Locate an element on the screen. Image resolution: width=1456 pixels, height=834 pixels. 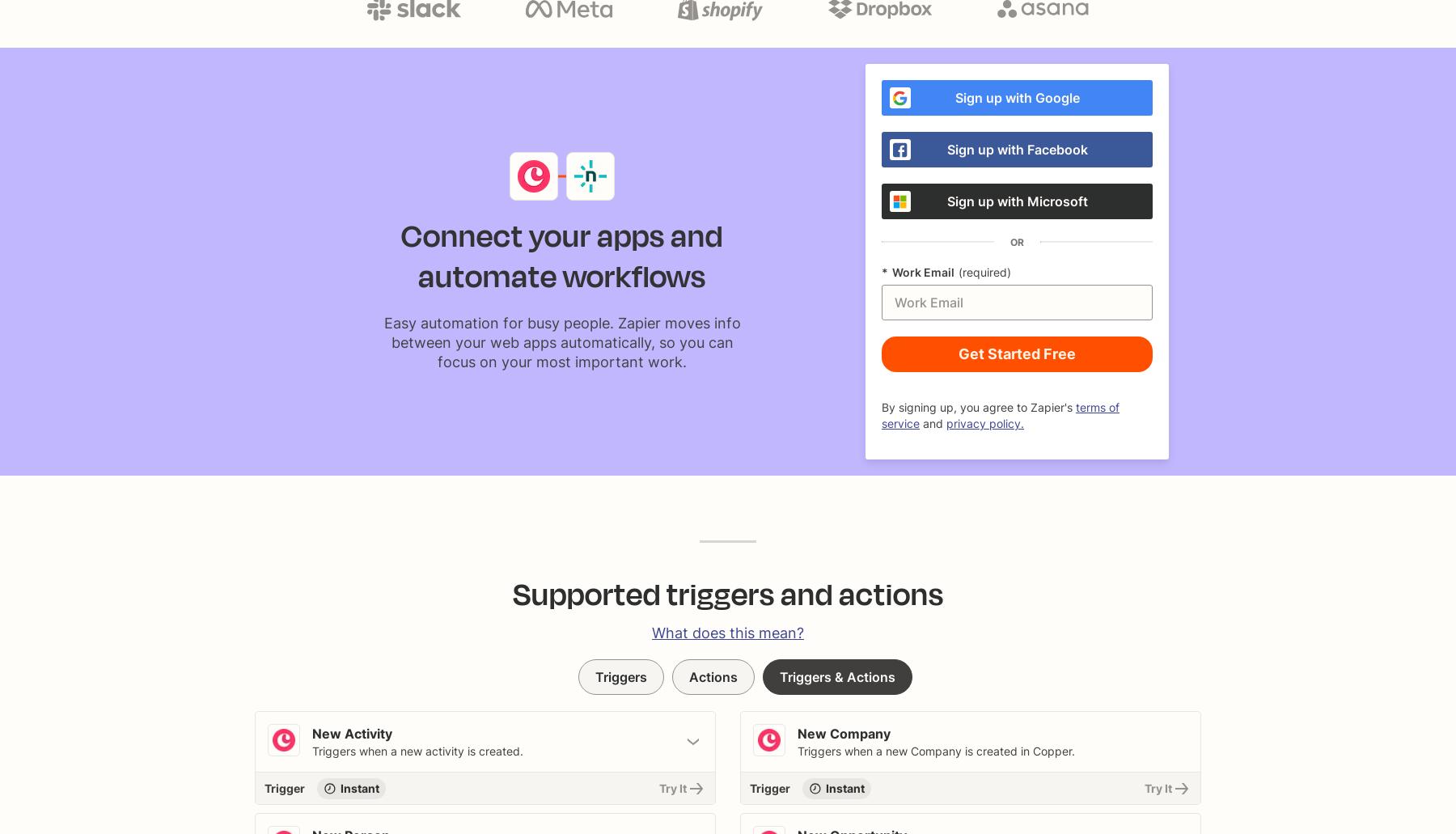
'Supported triggers and actions' is located at coordinates (512, 594).